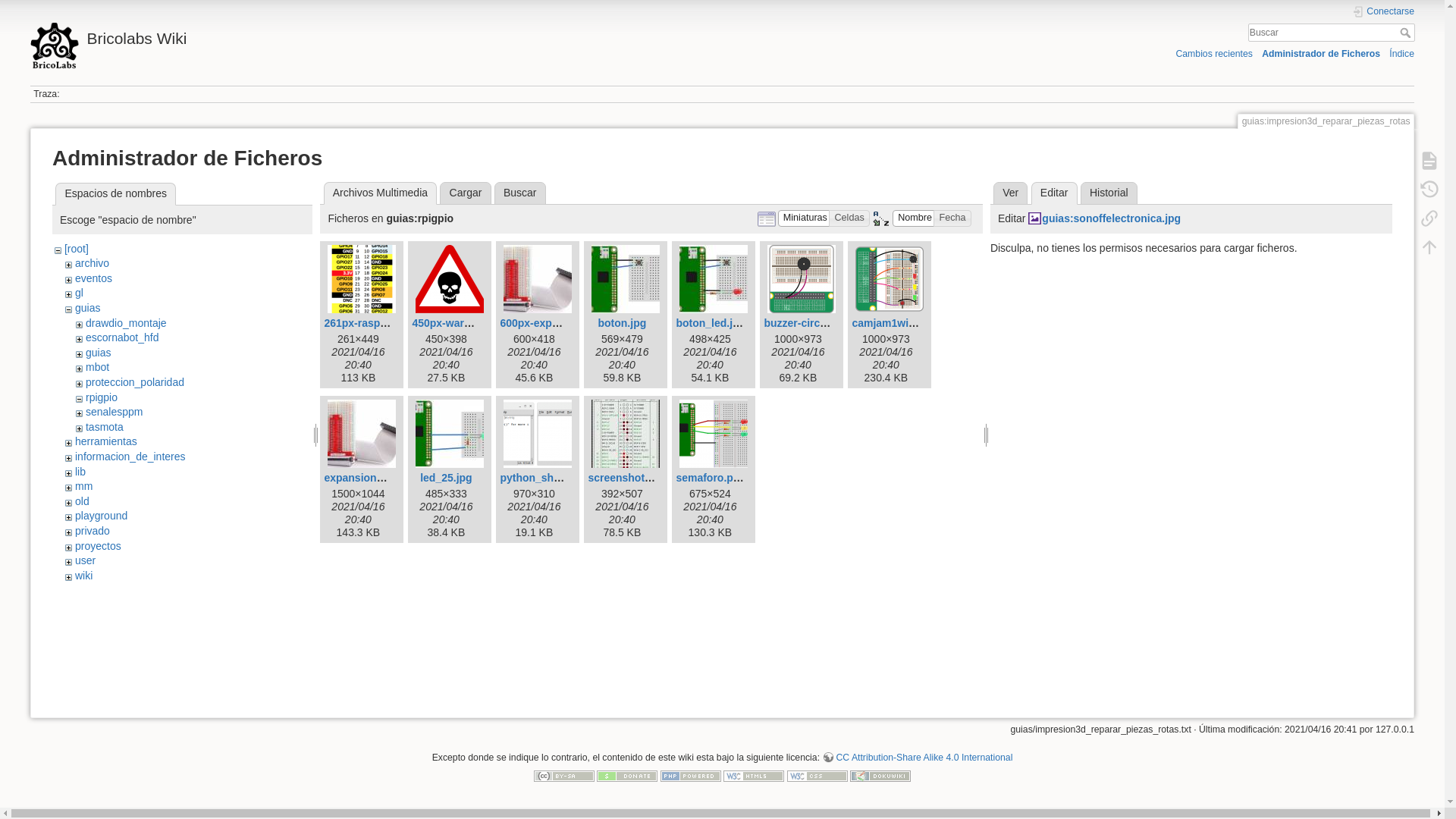 This screenshot has width=1456, height=819. What do you see at coordinates (91, 262) in the screenshot?
I see `'archivo'` at bounding box center [91, 262].